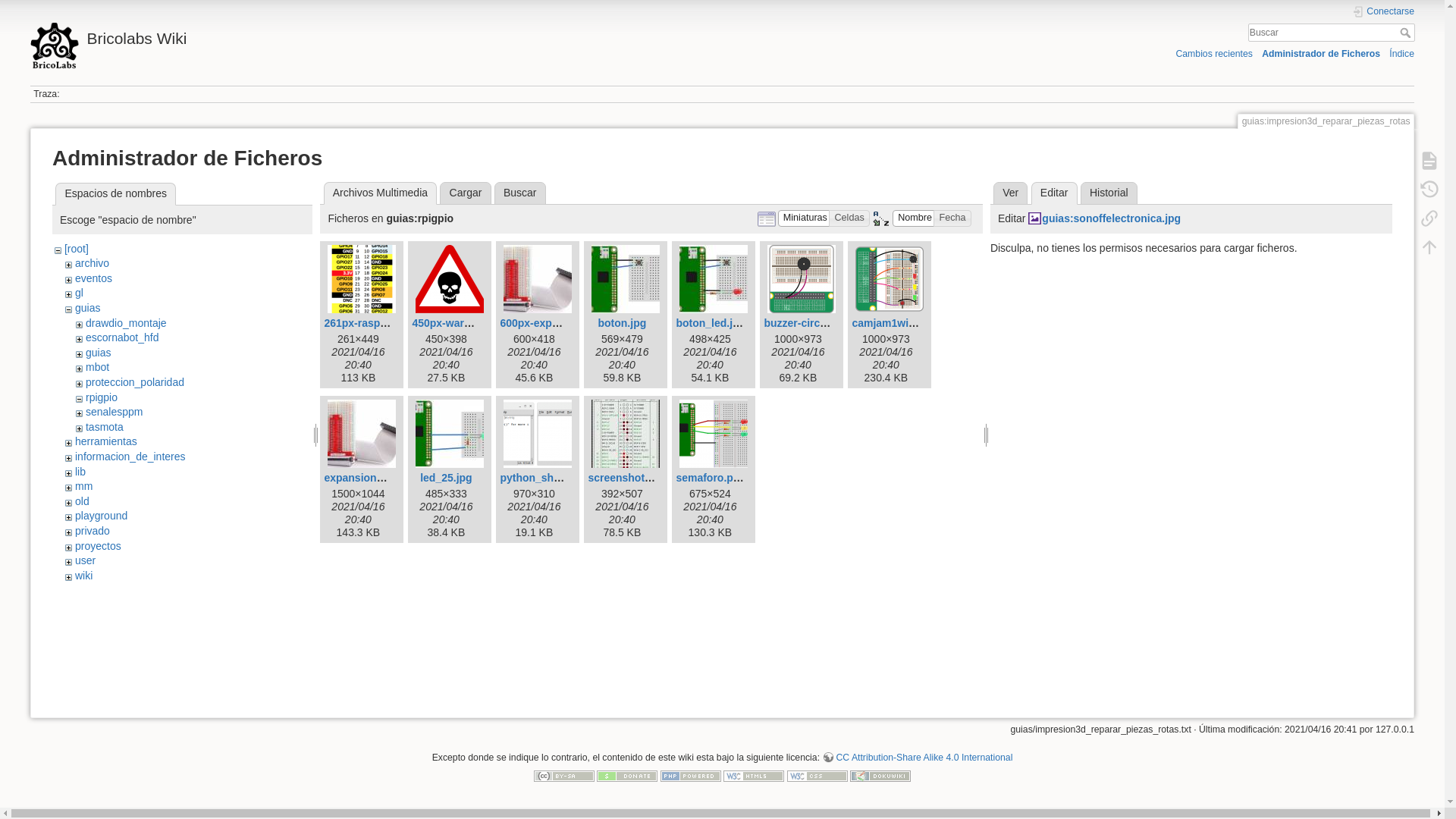 This screenshot has width=1456, height=819. What do you see at coordinates (91, 262) in the screenshot?
I see `'archivo'` at bounding box center [91, 262].